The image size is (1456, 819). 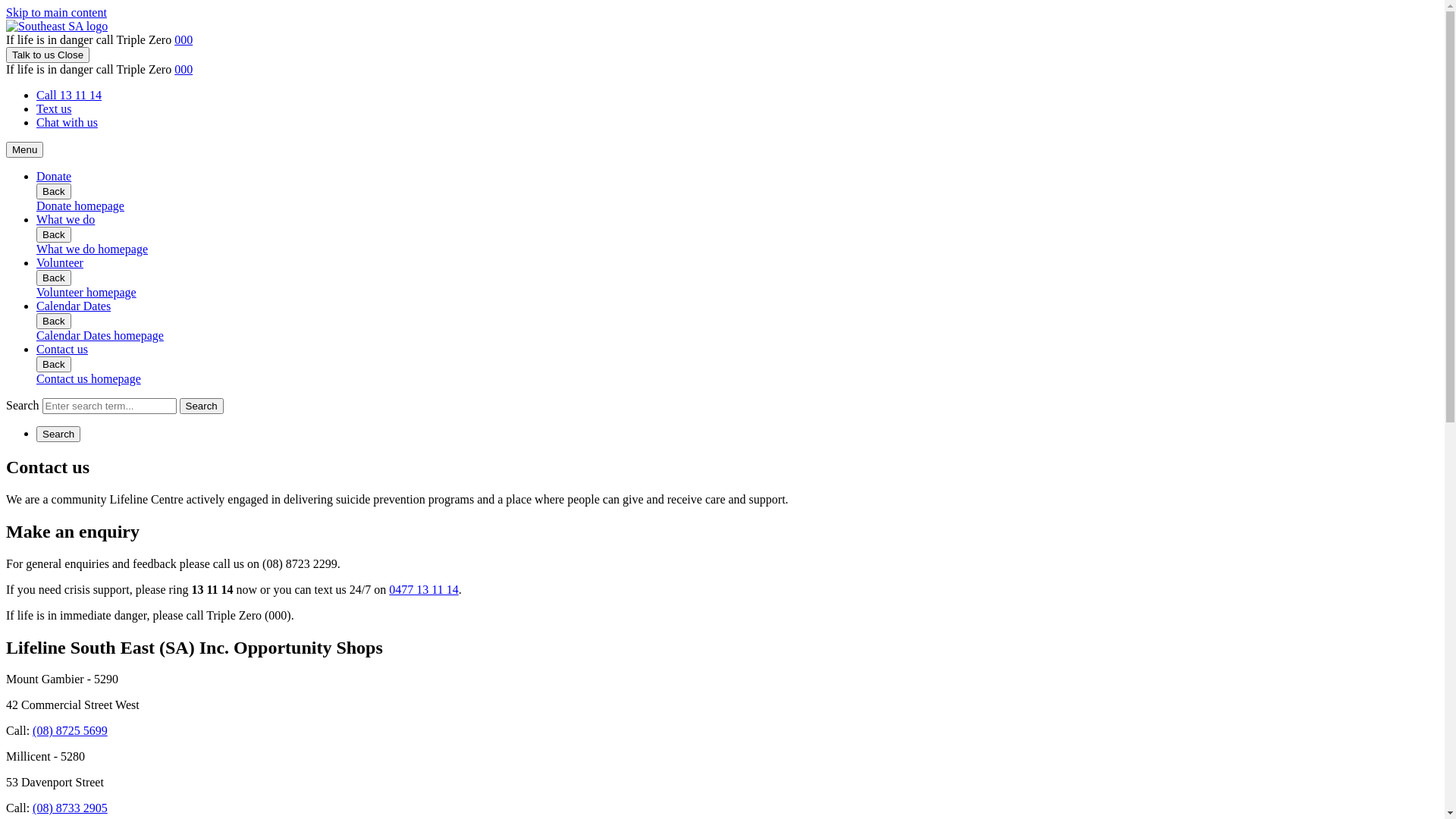 What do you see at coordinates (36, 349) in the screenshot?
I see `'Contact us'` at bounding box center [36, 349].